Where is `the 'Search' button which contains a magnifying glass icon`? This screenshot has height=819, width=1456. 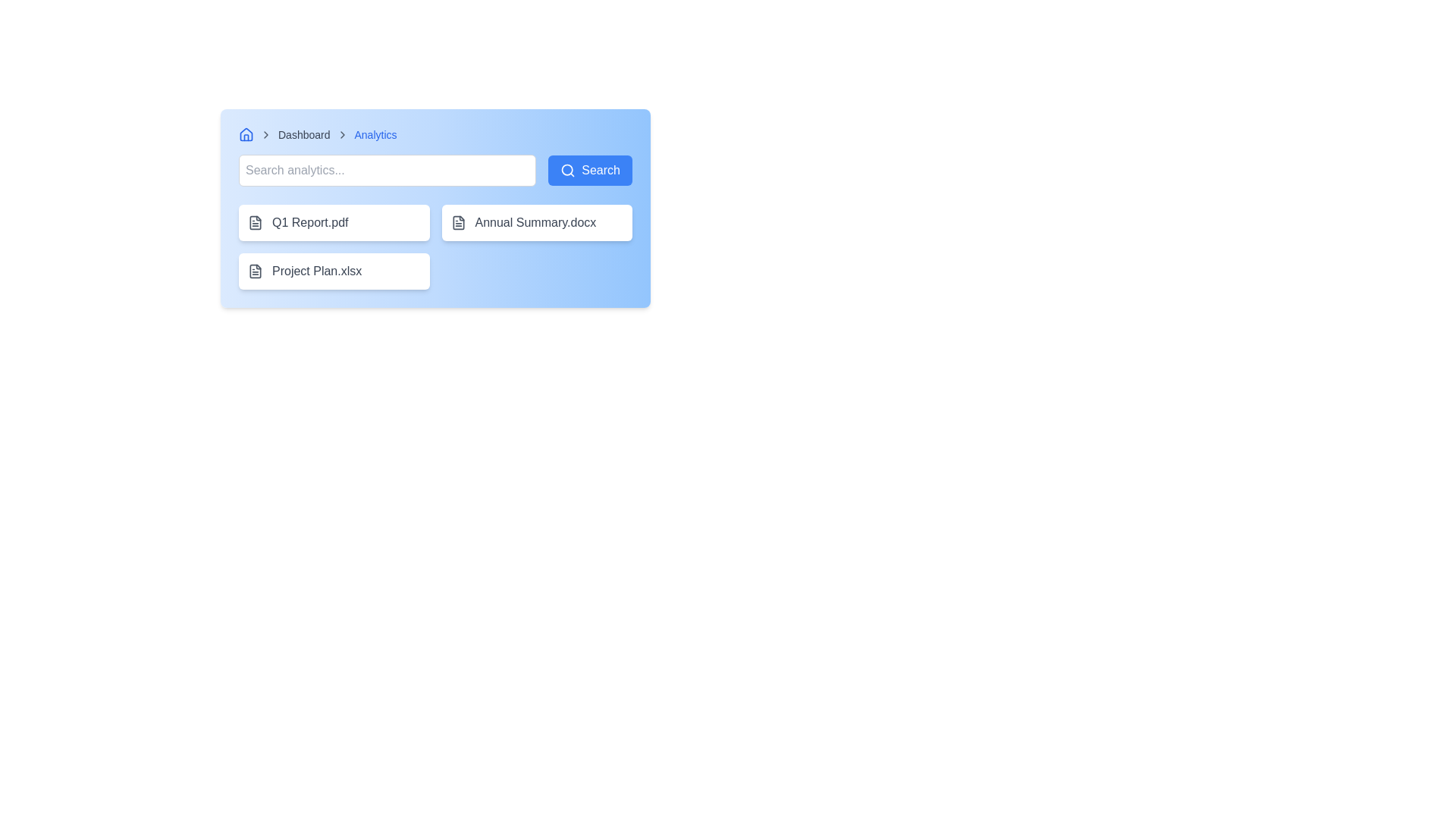 the 'Search' button which contains a magnifying glass icon is located at coordinates (567, 170).